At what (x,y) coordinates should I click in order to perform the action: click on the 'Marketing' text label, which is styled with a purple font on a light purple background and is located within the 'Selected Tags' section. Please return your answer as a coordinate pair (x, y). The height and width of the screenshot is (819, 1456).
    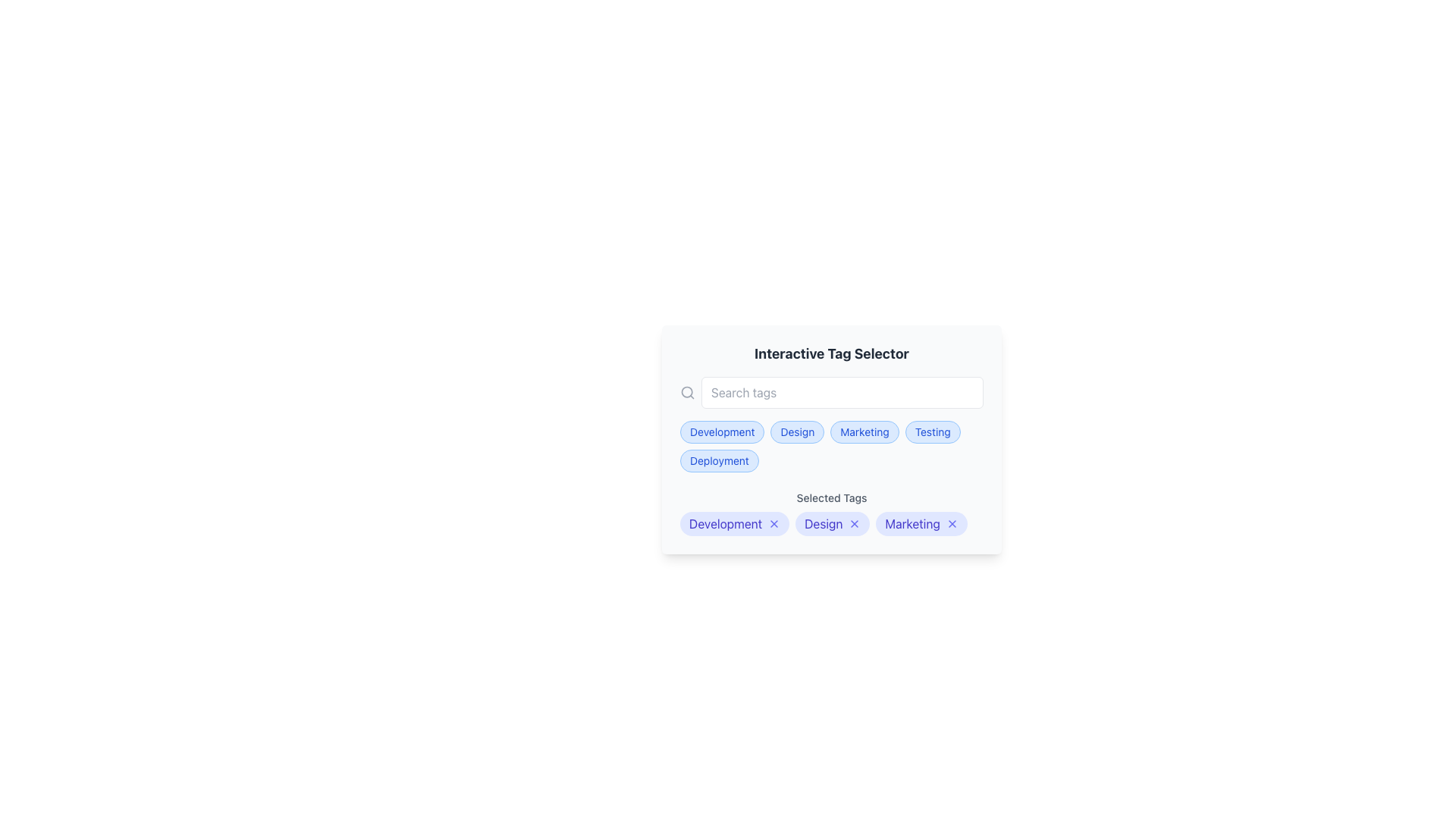
    Looking at the image, I should click on (912, 522).